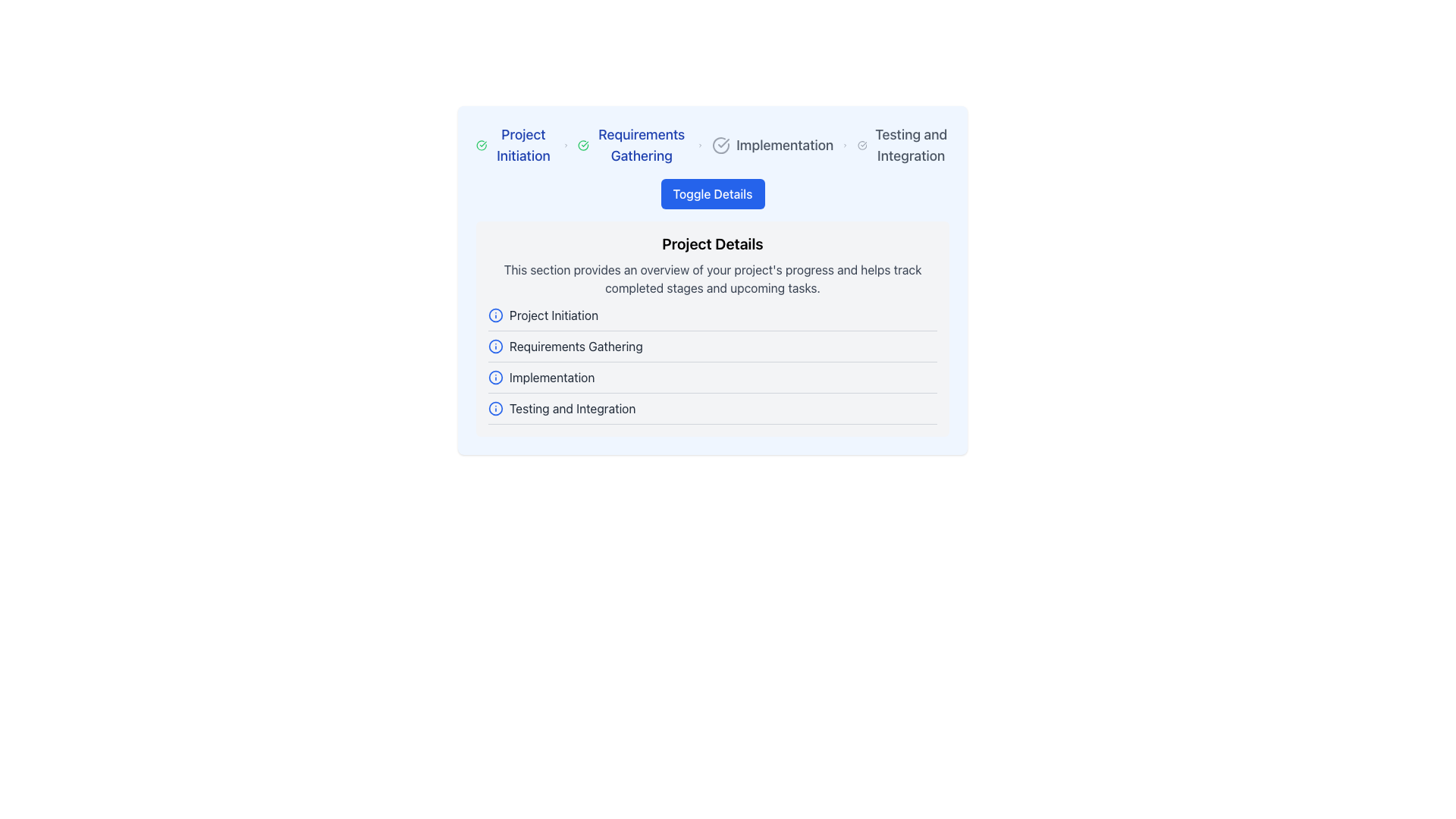 The width and height of the screenshot is (1456, 819). What do you see at coordinates (720, 146) in the screenshot?
I see `the circular SVG progress indicator with a checkmark that represents the 'Implementation' stage in the breadcrumb navigation section` at bounding box center [720, 146].